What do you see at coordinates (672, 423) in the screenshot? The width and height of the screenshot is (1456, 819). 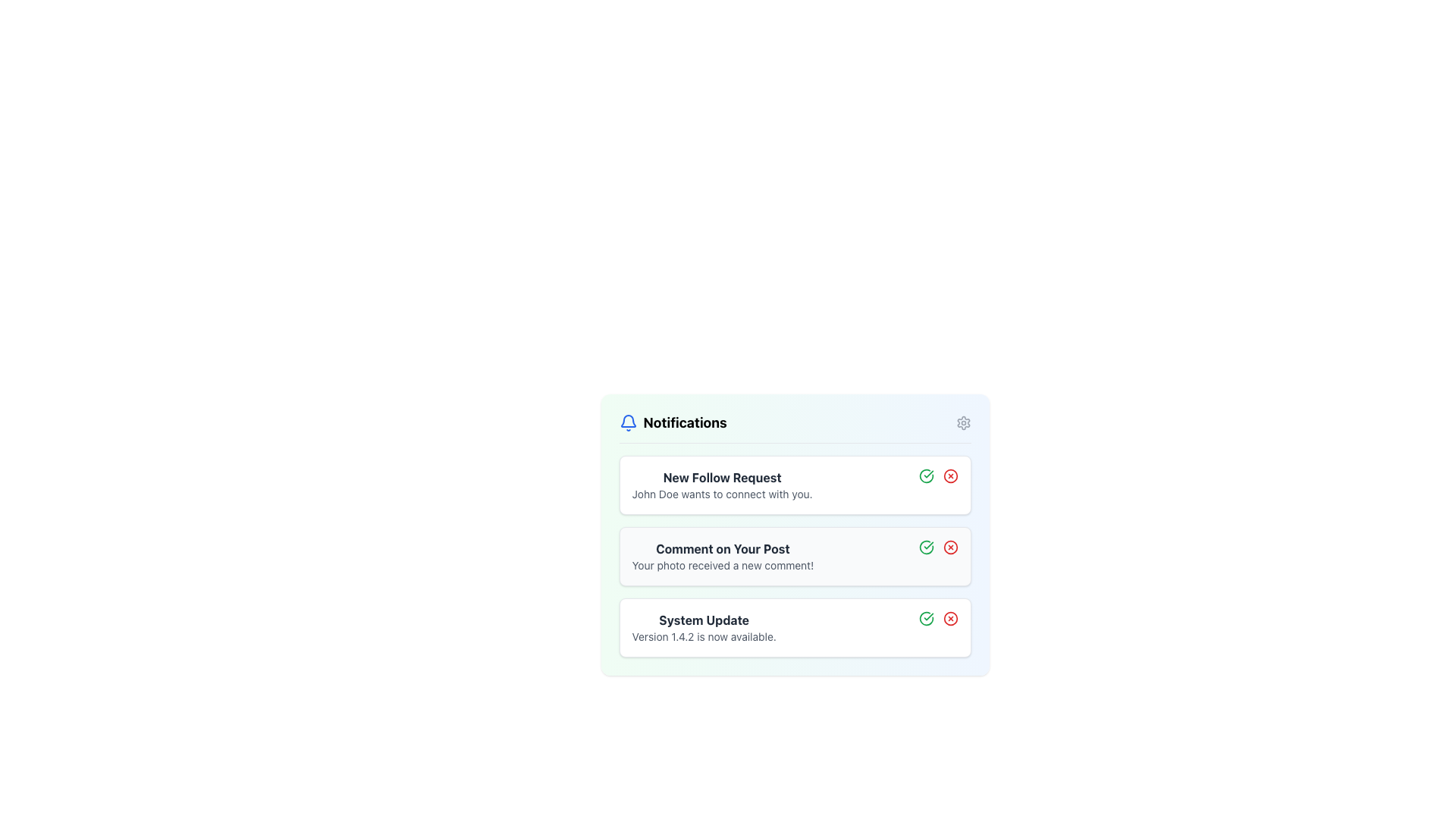 I see `the text of the primary header located at the top-left corner of the notifications panel` at bounding box center [672, 423].